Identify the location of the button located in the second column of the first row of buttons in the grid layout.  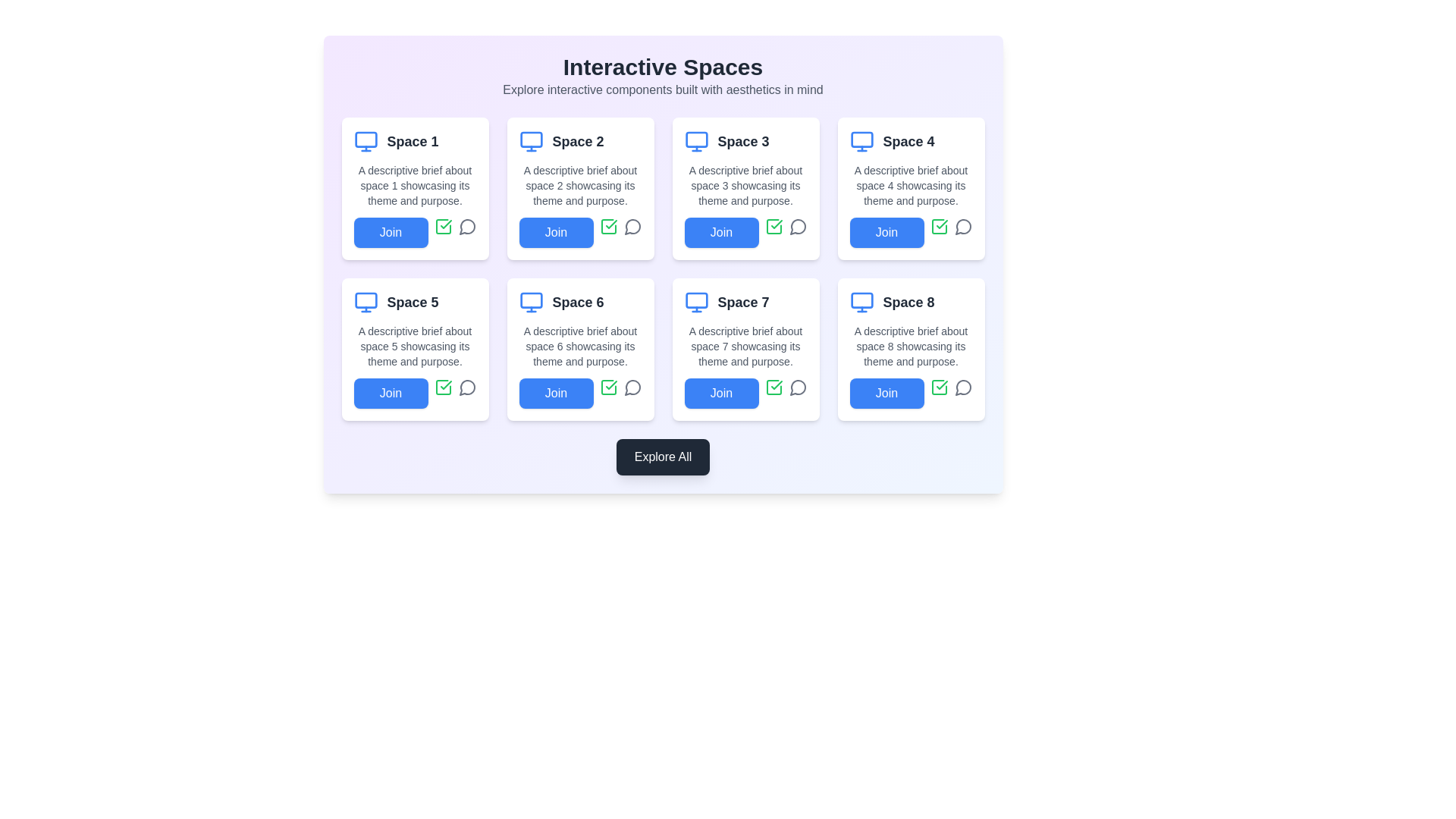
(555, 233).